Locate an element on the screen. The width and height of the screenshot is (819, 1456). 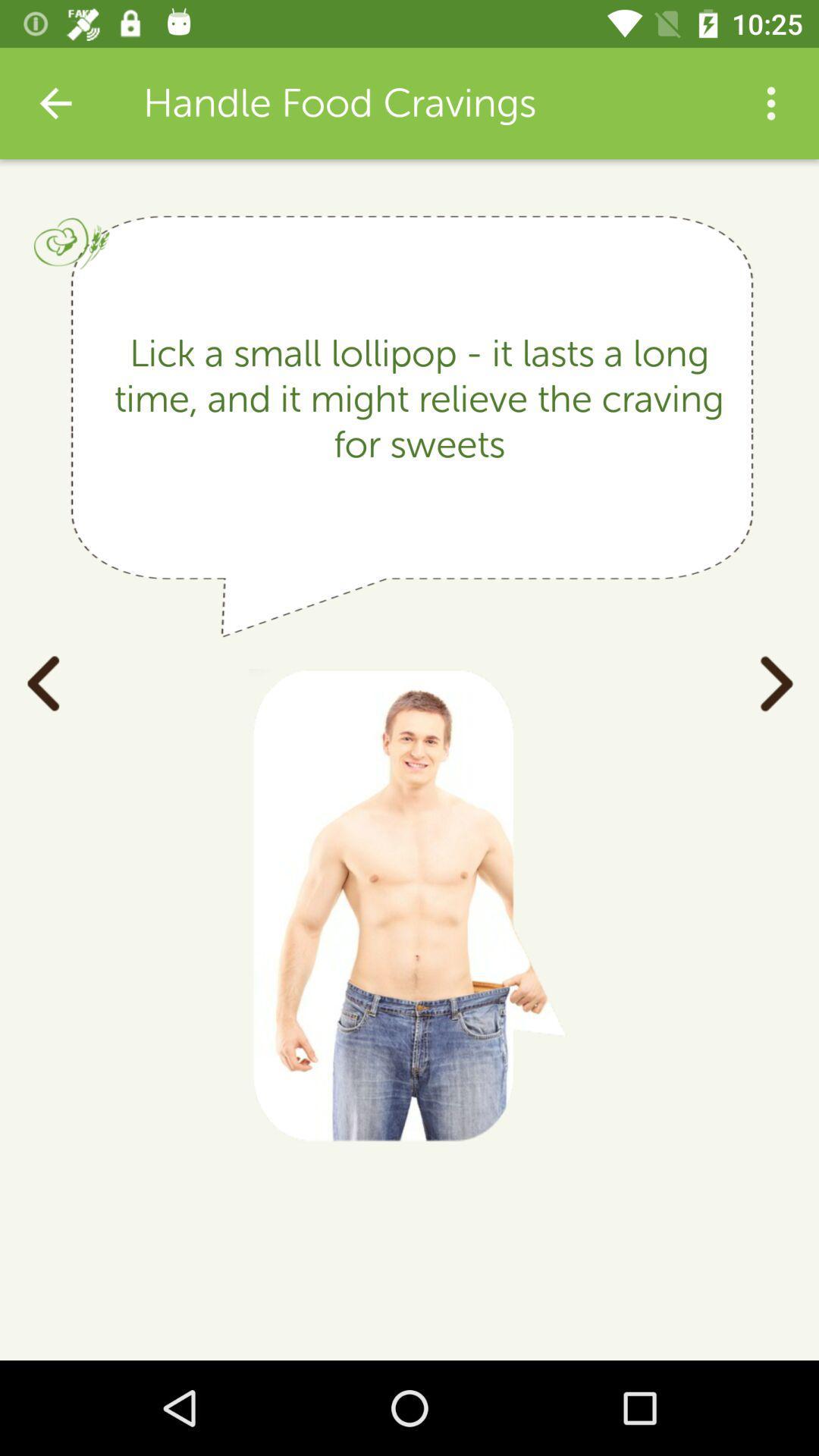
the icon next to handle food cravings is located at coordinates (771, 102).